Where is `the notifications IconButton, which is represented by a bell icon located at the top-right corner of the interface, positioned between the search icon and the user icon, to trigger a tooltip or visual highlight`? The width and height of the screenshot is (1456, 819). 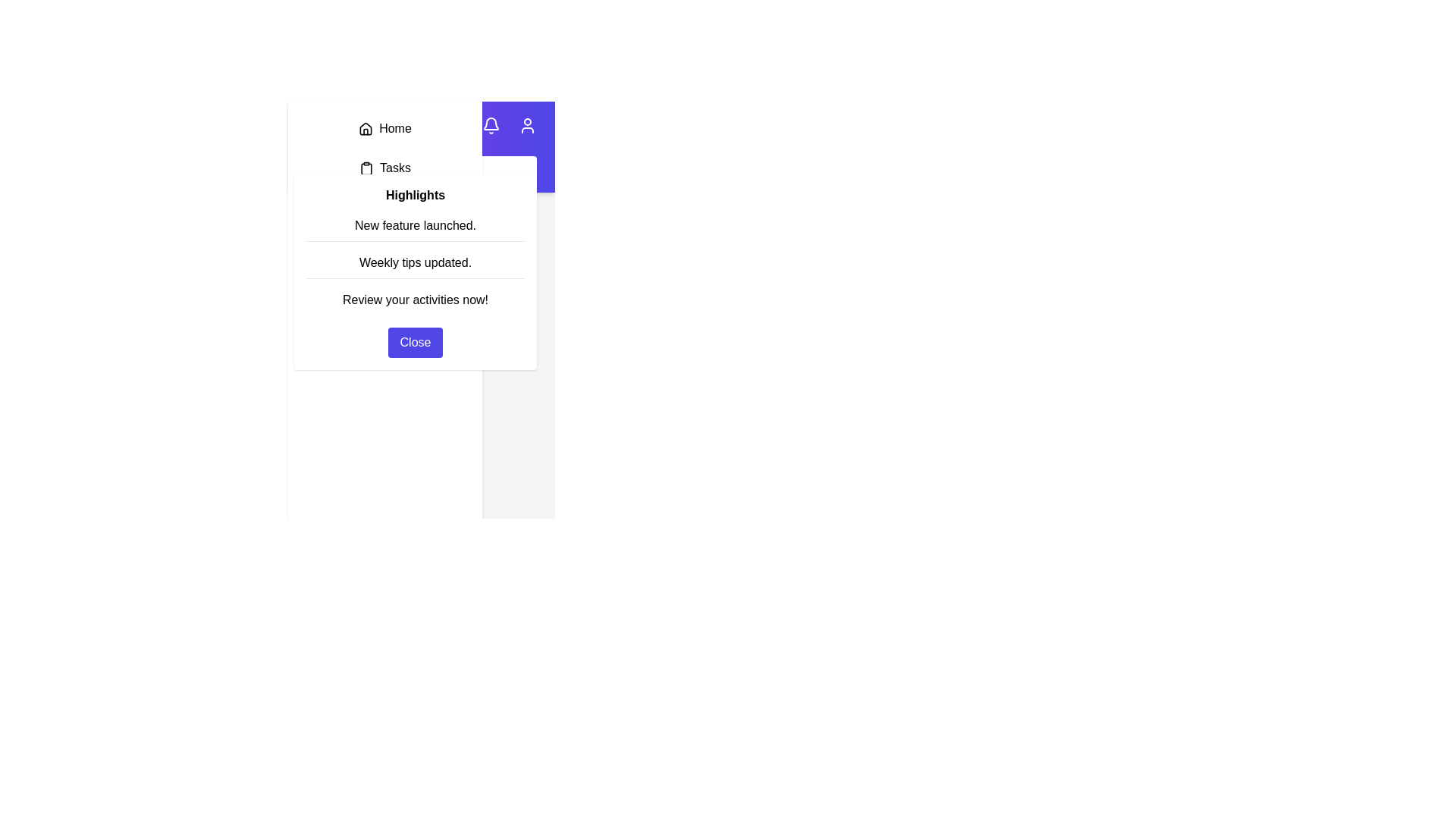 the notifications IconButton, which is represented by a bell icon located at the top-right corner of the interface, positioned between the search icon and the user icon, to trigger a tooltip or visual highlight is located at coordinates (491, 124).